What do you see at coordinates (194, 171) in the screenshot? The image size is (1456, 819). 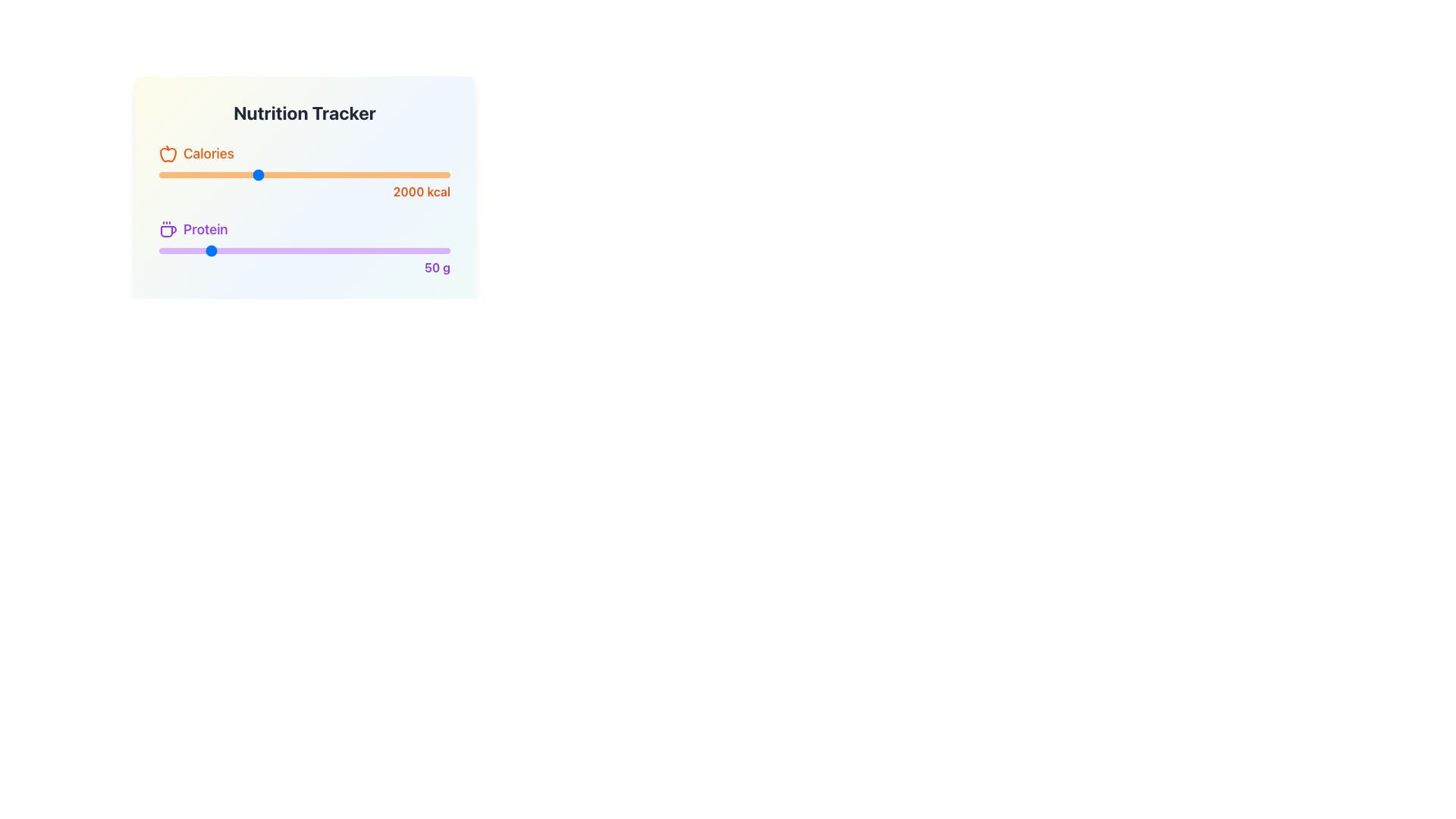 I see `calorie intake` at bounding box center [194, 171].